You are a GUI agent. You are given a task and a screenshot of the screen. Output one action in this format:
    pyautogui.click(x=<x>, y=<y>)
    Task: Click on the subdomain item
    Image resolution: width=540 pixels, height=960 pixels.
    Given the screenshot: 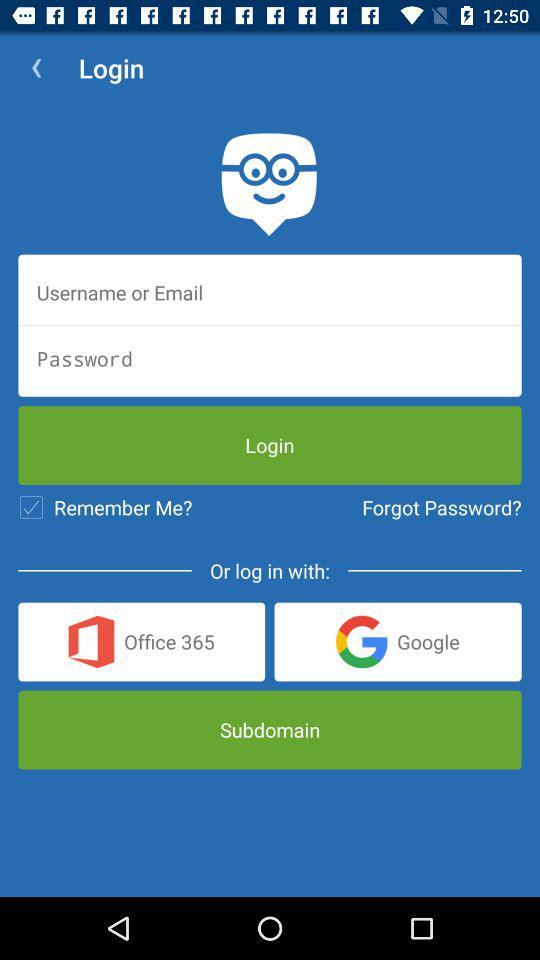 What is the action you would take?
    pyautogui.click(x=270, y=729)
    